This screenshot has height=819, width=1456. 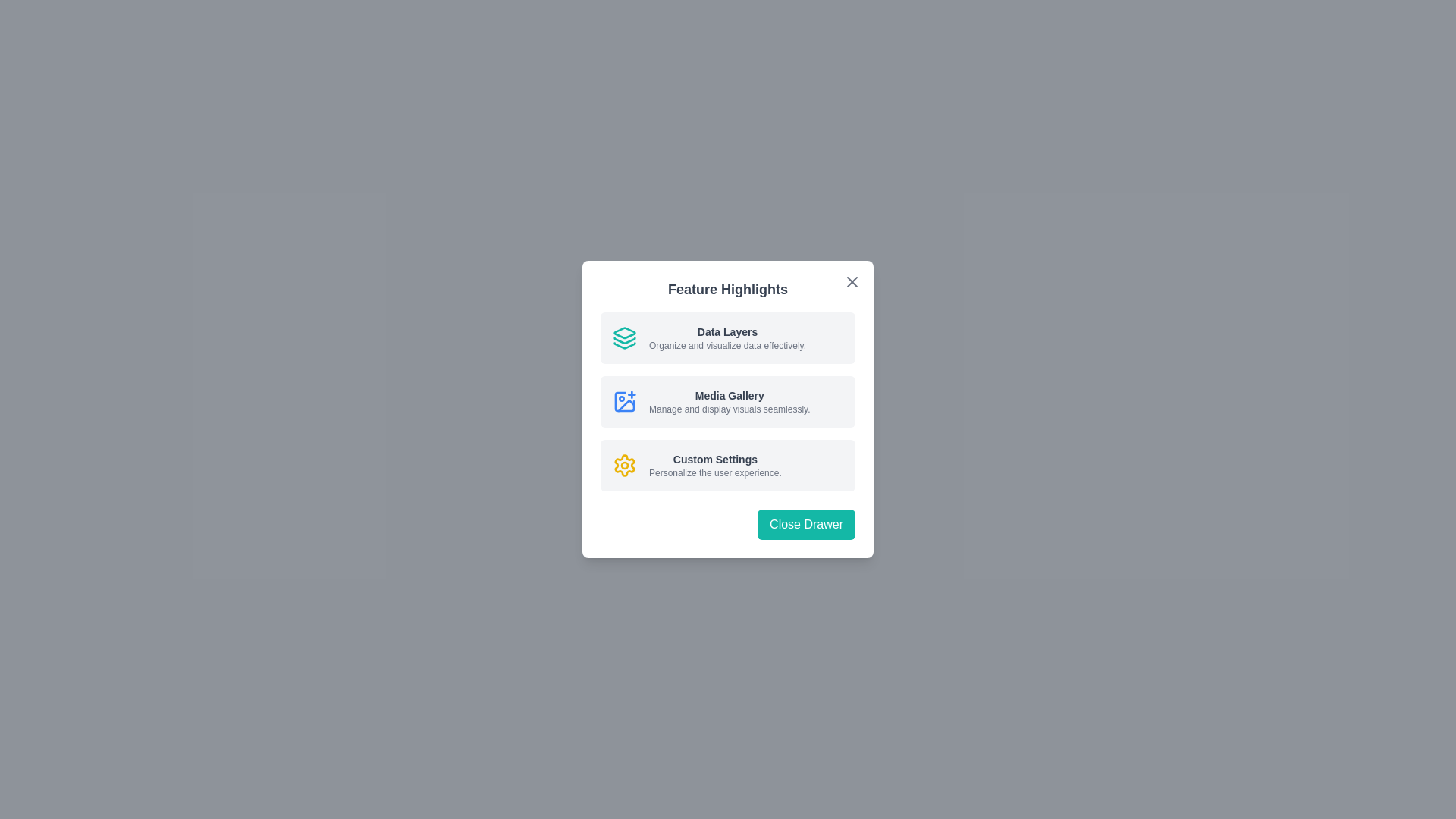 I want to click on the Text description element that provides features or settings related to customizing user experience, located within the 'Feature Highlights' card, positioned below 'Media Gallery' and above 'Close Drawer', so click(x=714, y=464).